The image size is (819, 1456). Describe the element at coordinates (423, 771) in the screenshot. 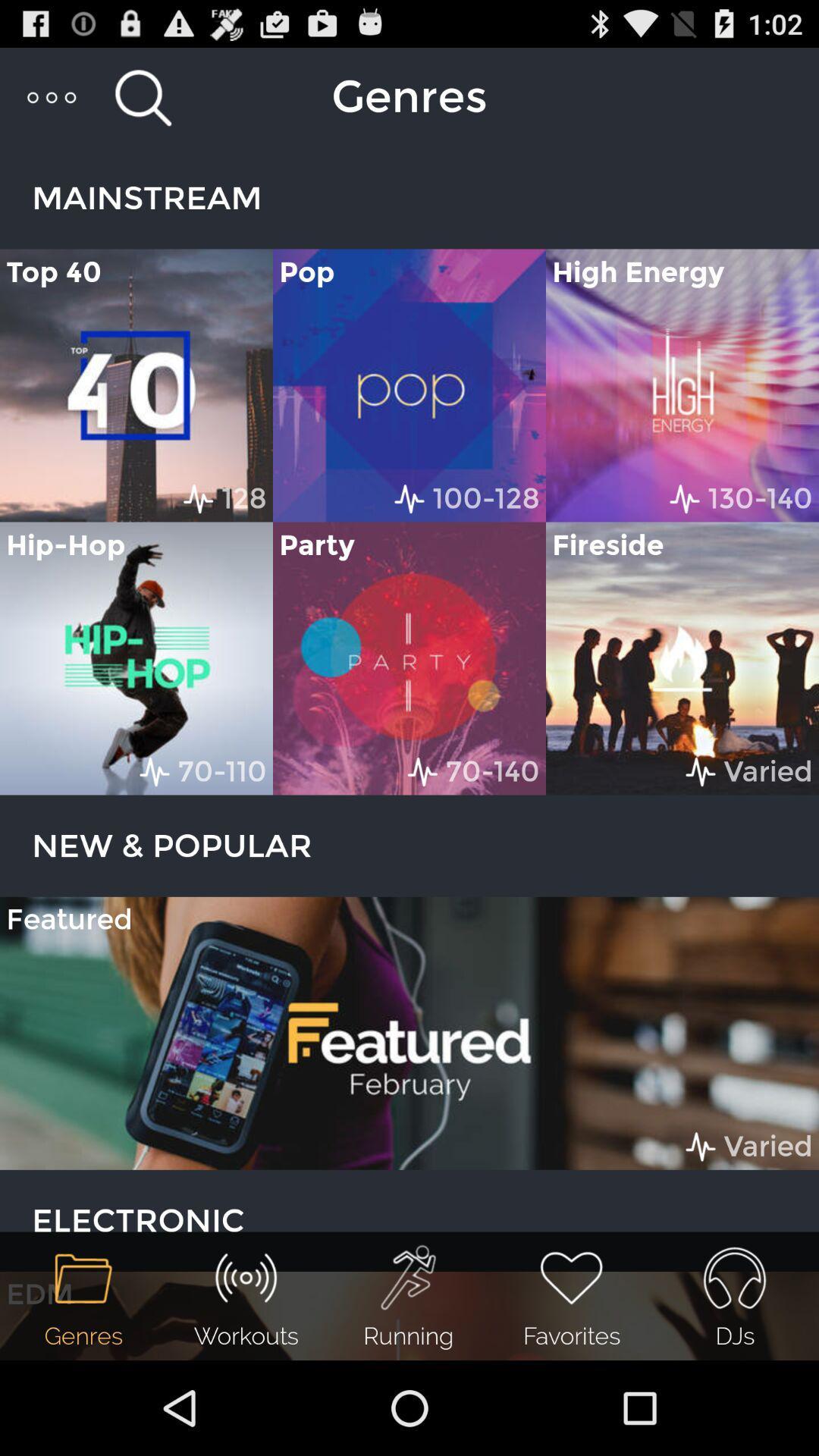

I see `pulse symbol beside 70140` at that location.